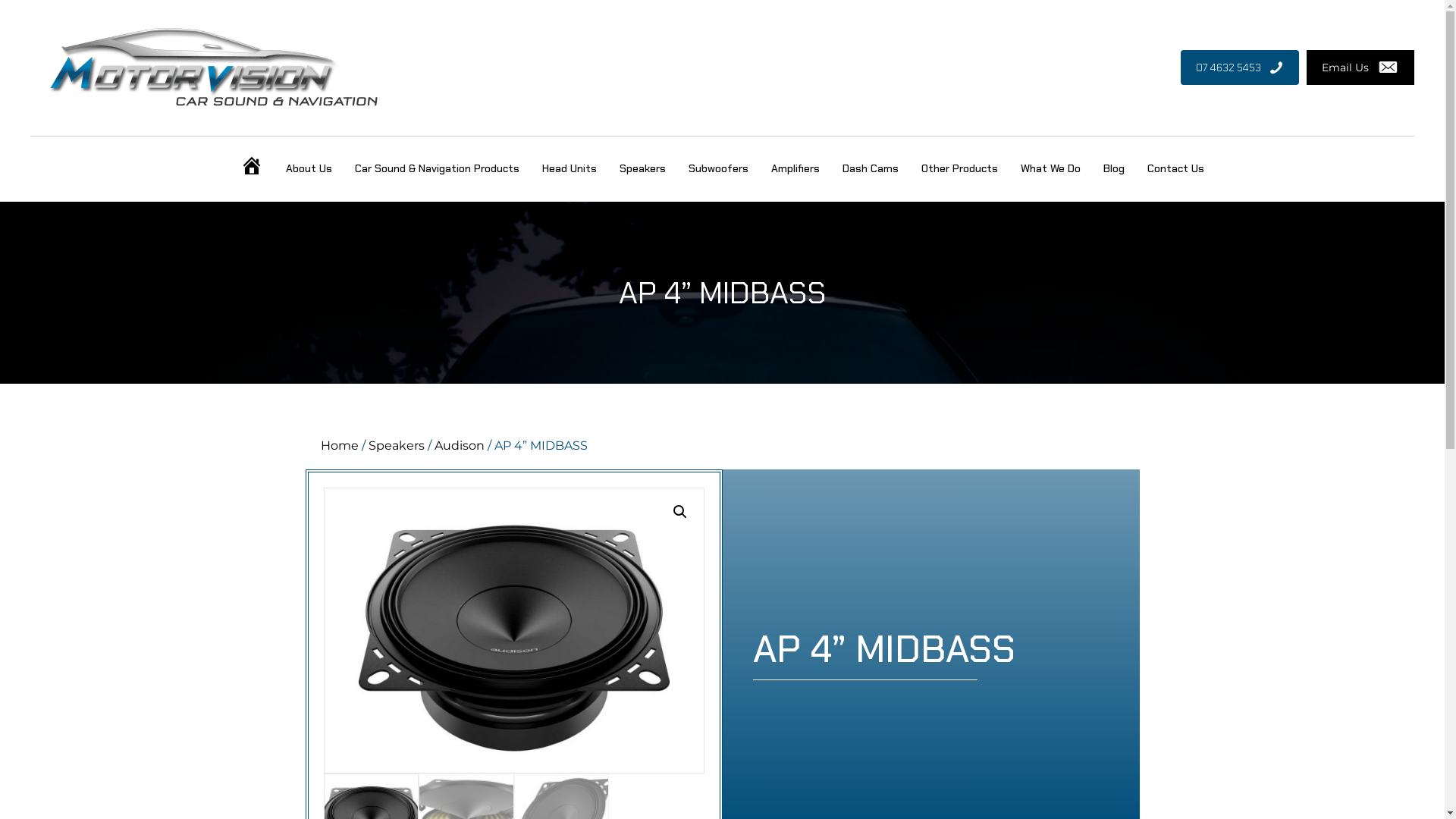  Describe the element at coordinates (337, 444) in the screenshot. I see `'Home'` at that location.